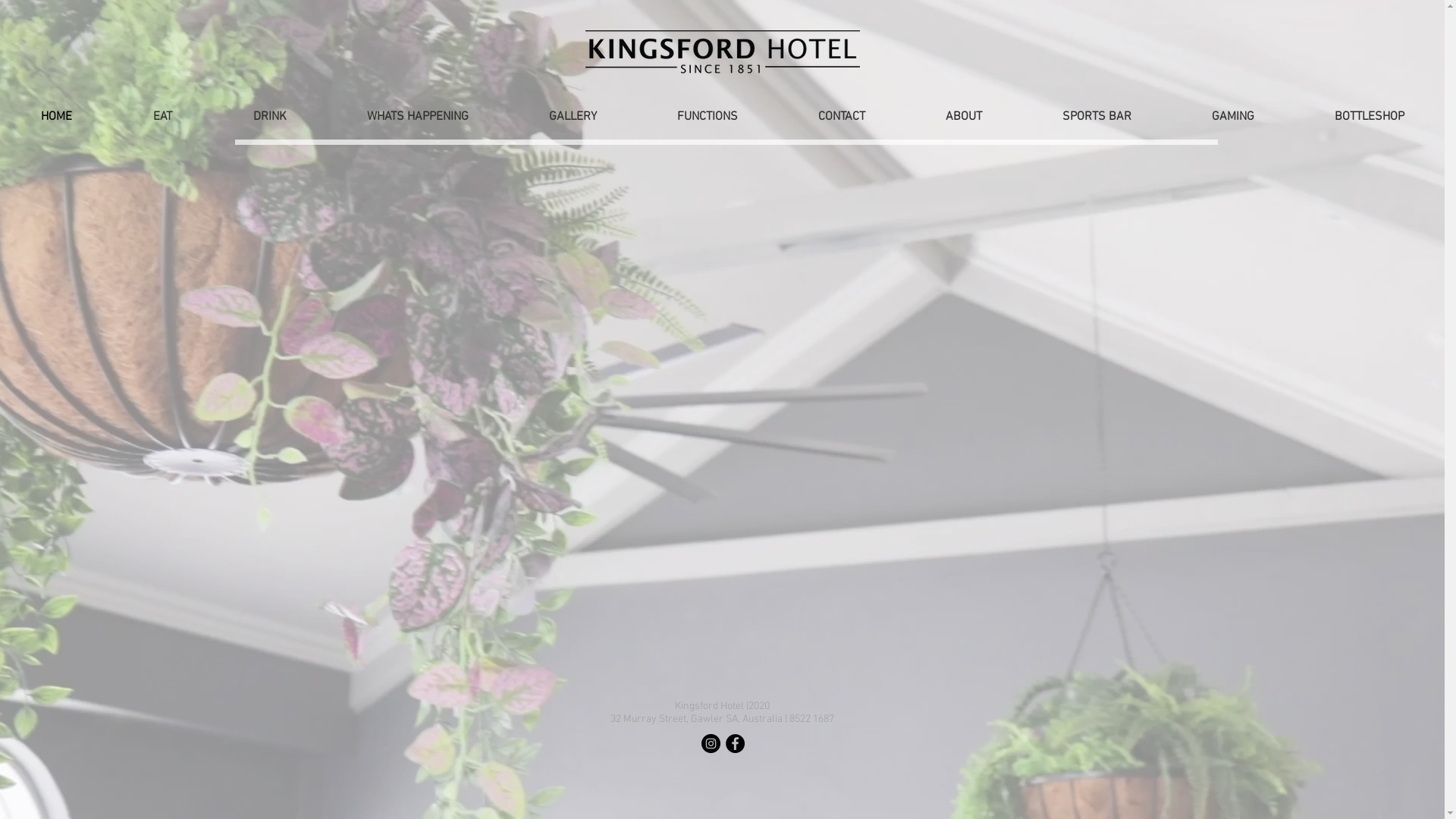  Describe the element at coordinates (0, 116) in the screenshot. I see `'HOME'` at that location.